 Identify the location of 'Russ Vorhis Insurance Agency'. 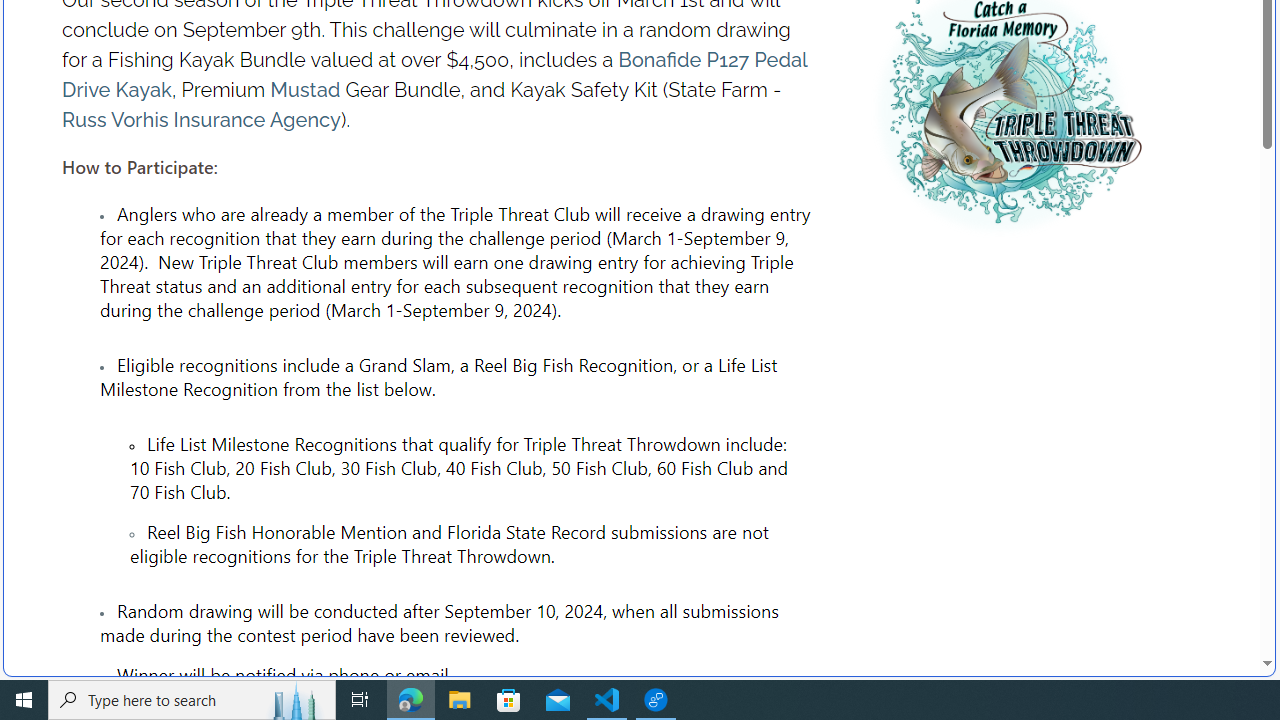
(200, 120).